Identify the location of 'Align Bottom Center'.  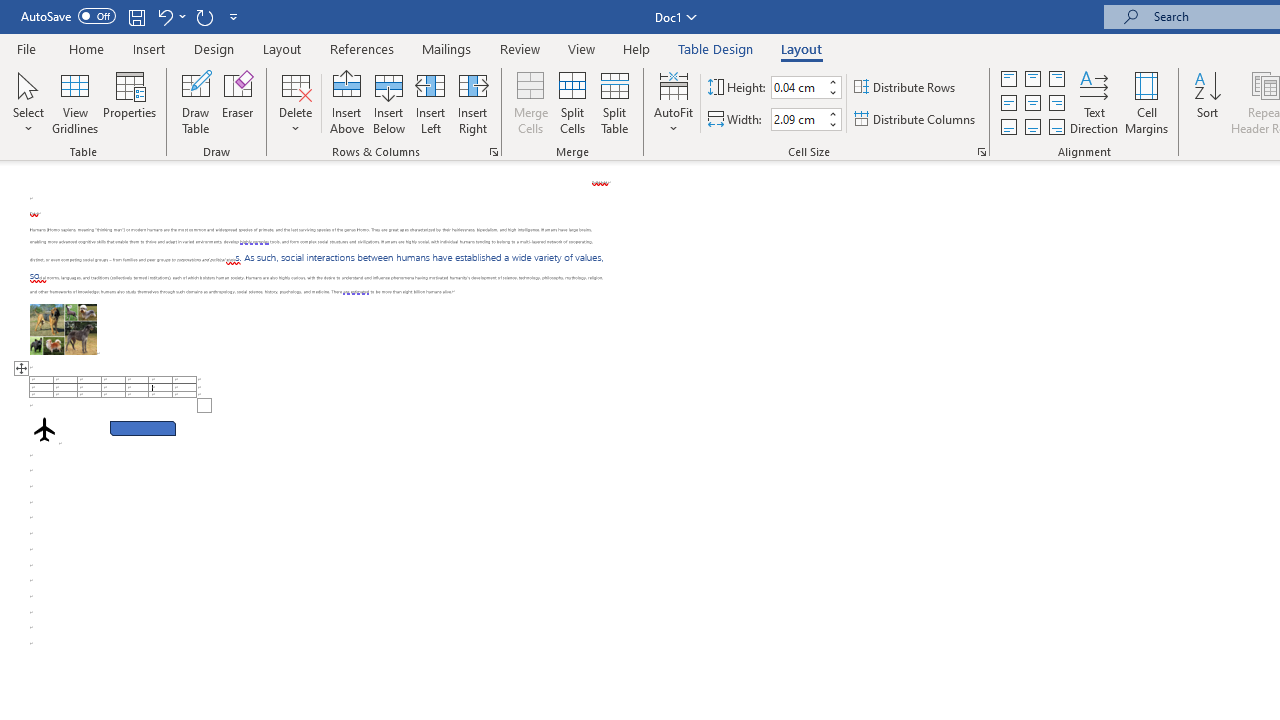
(1032, 127).